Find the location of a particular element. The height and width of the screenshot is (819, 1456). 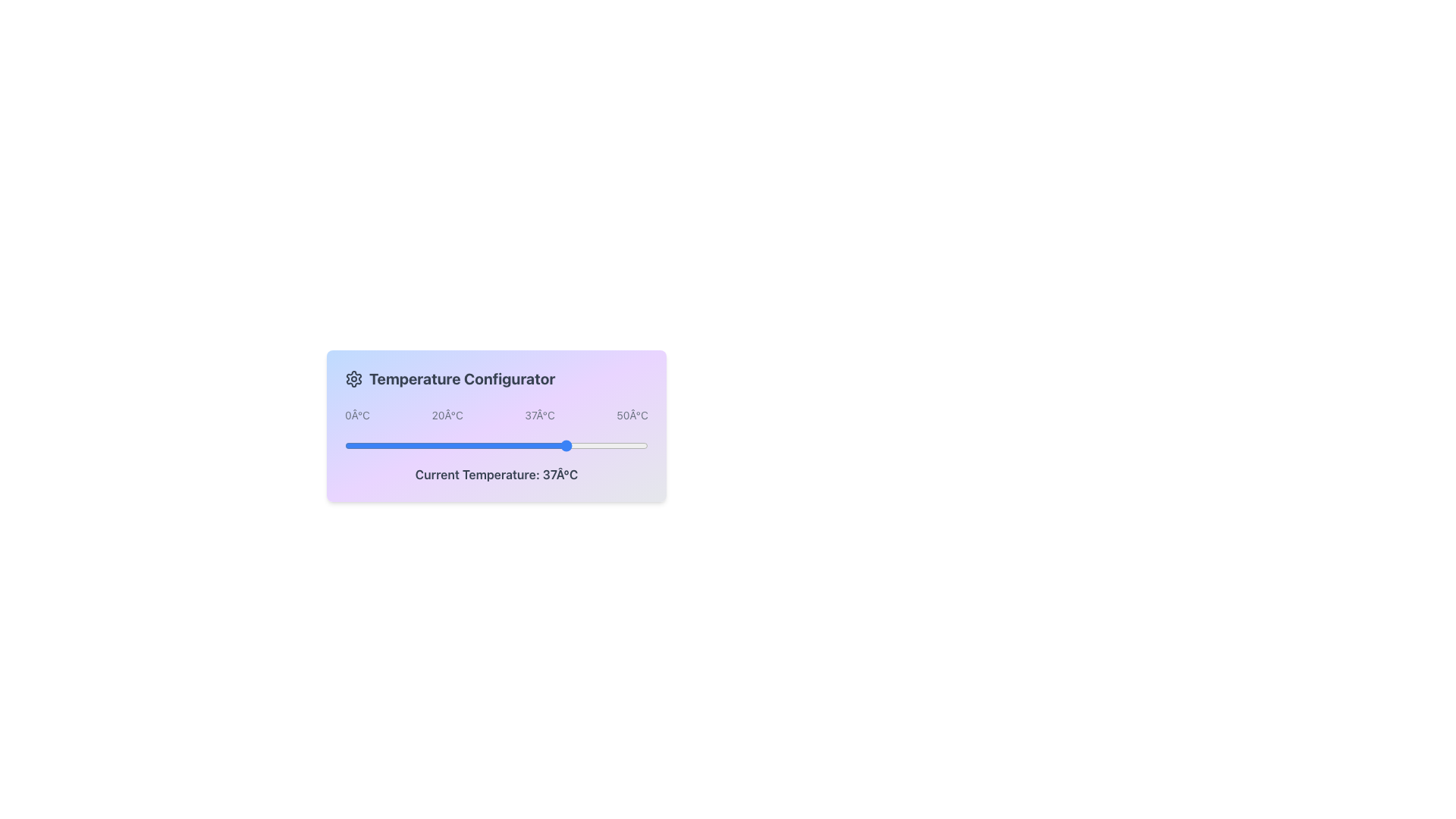

the text display element that shows 'Current Temperature: 37°C', which is styled with a center-aligned, gray-colored font, positioned below the temperature slider in the temperature configuration interface is located at coordinates (496, 473).